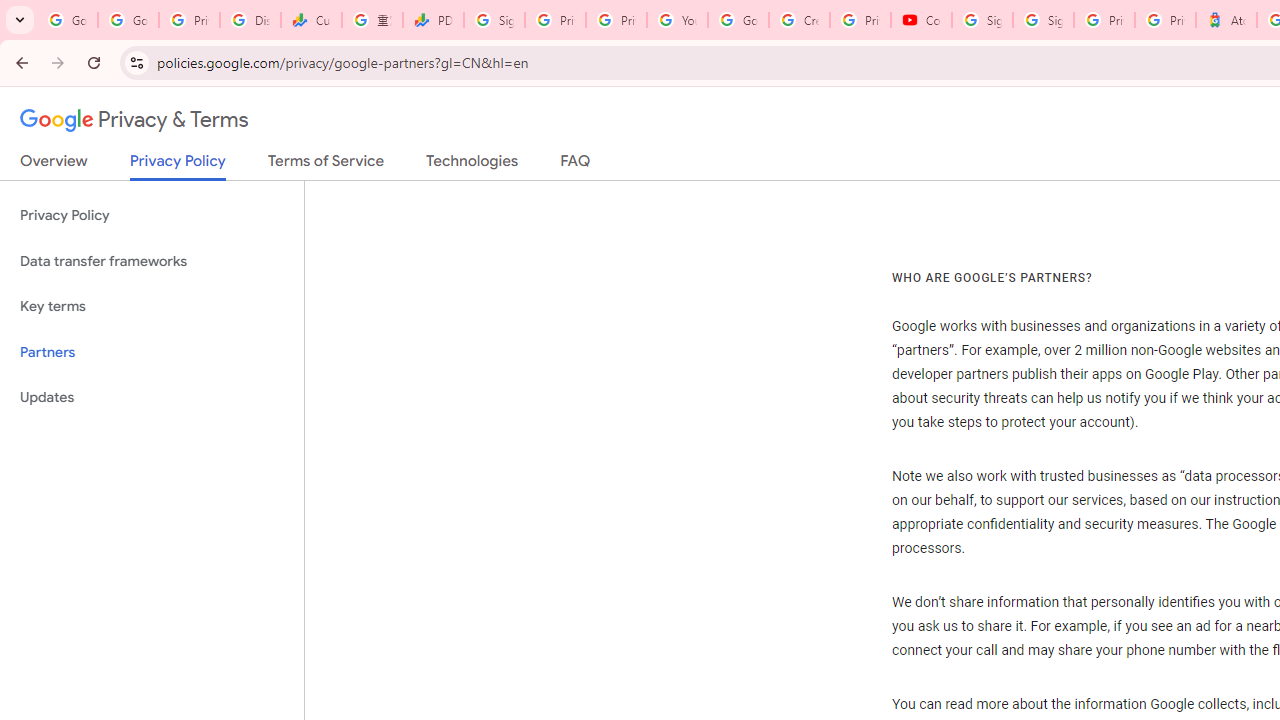  Describe the element at coordinates (677, 20) in the screenshot. I see `'YouTube'` at that location.